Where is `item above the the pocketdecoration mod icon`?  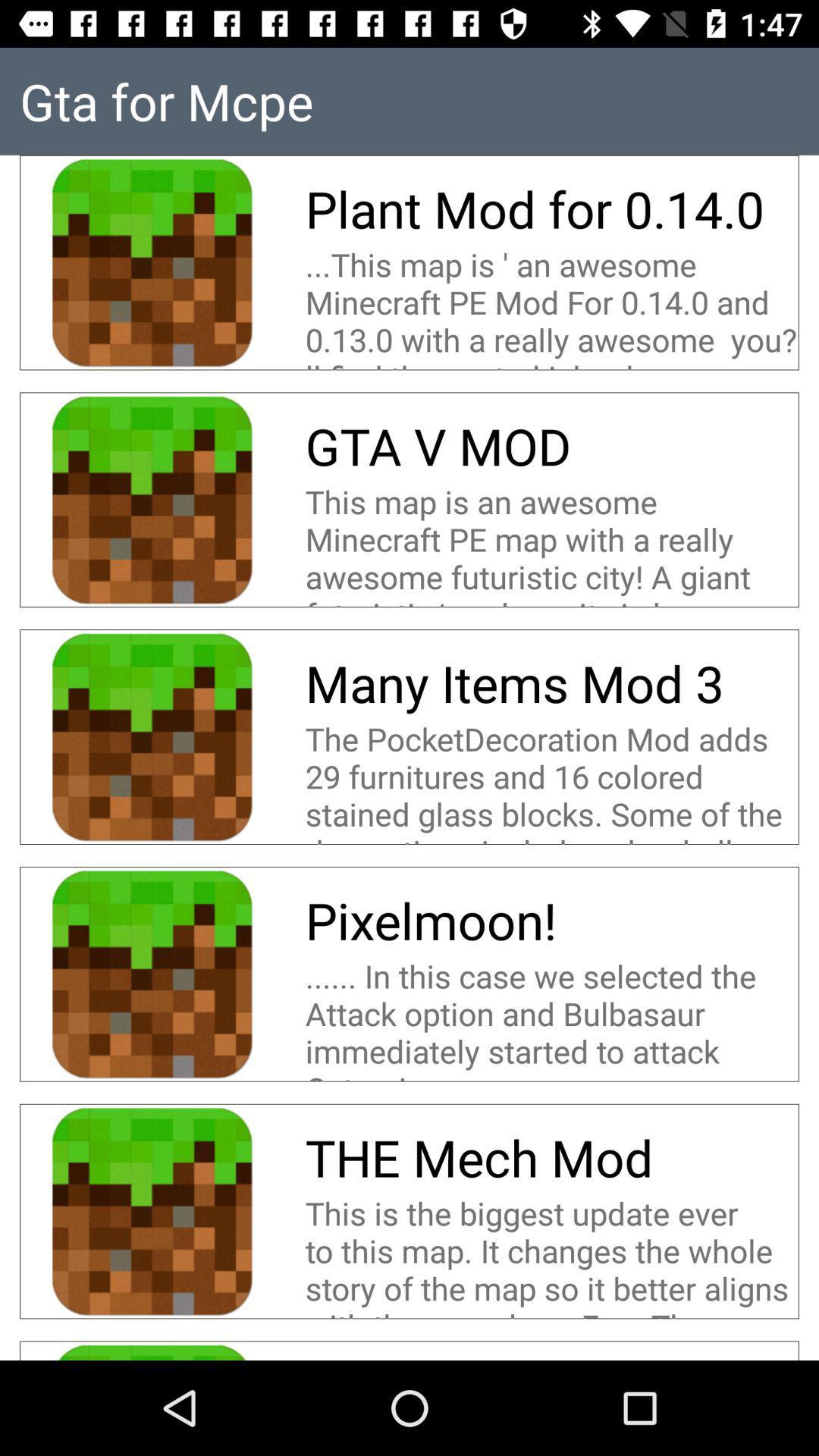 item above the the pocketdecoration mod icon is located at coordinates (519, 682).